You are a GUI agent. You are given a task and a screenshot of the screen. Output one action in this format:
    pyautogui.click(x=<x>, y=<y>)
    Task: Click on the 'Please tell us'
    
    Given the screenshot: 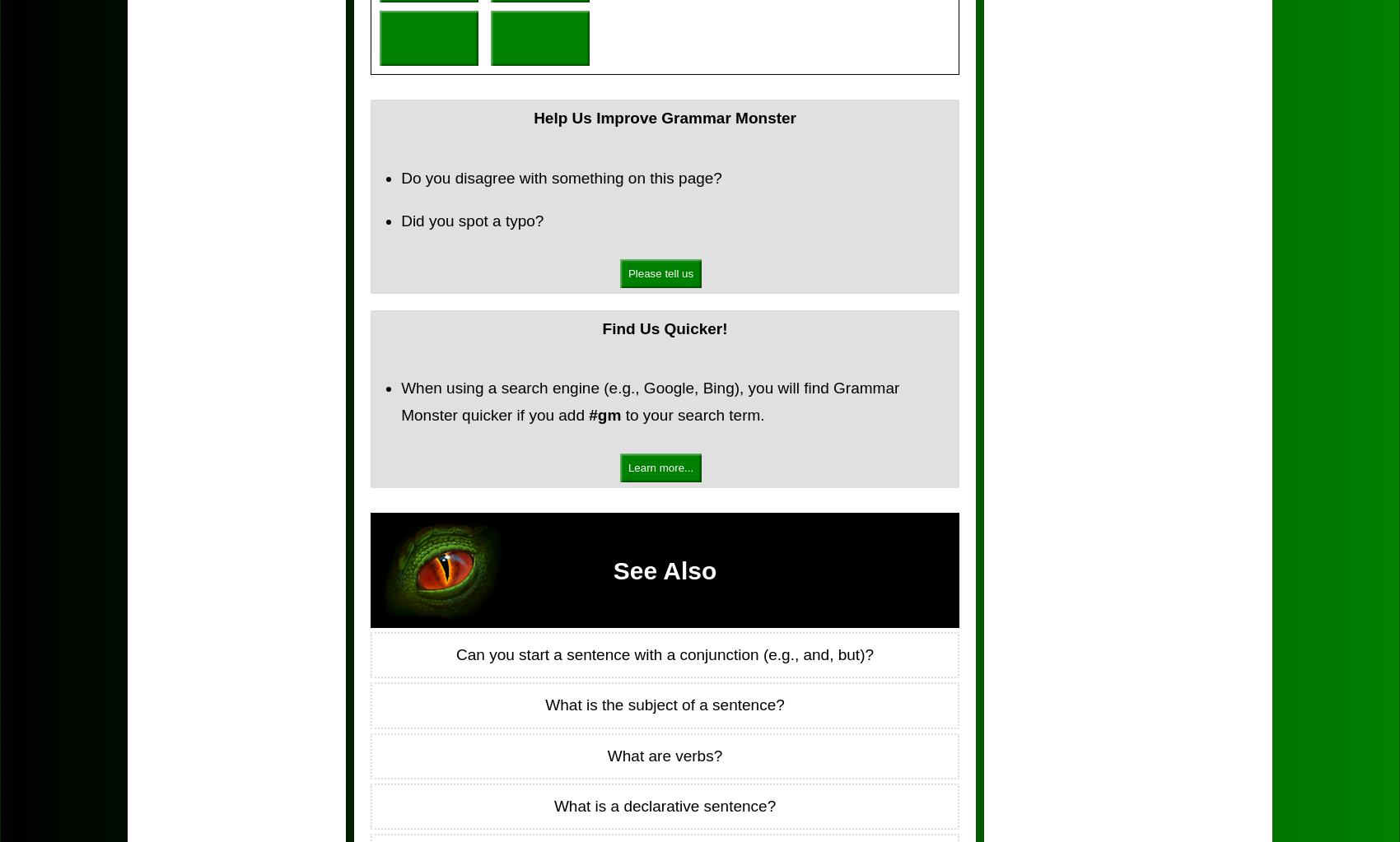 What is the action you would take?
    pyautogui.click(x=626, y=273)
    